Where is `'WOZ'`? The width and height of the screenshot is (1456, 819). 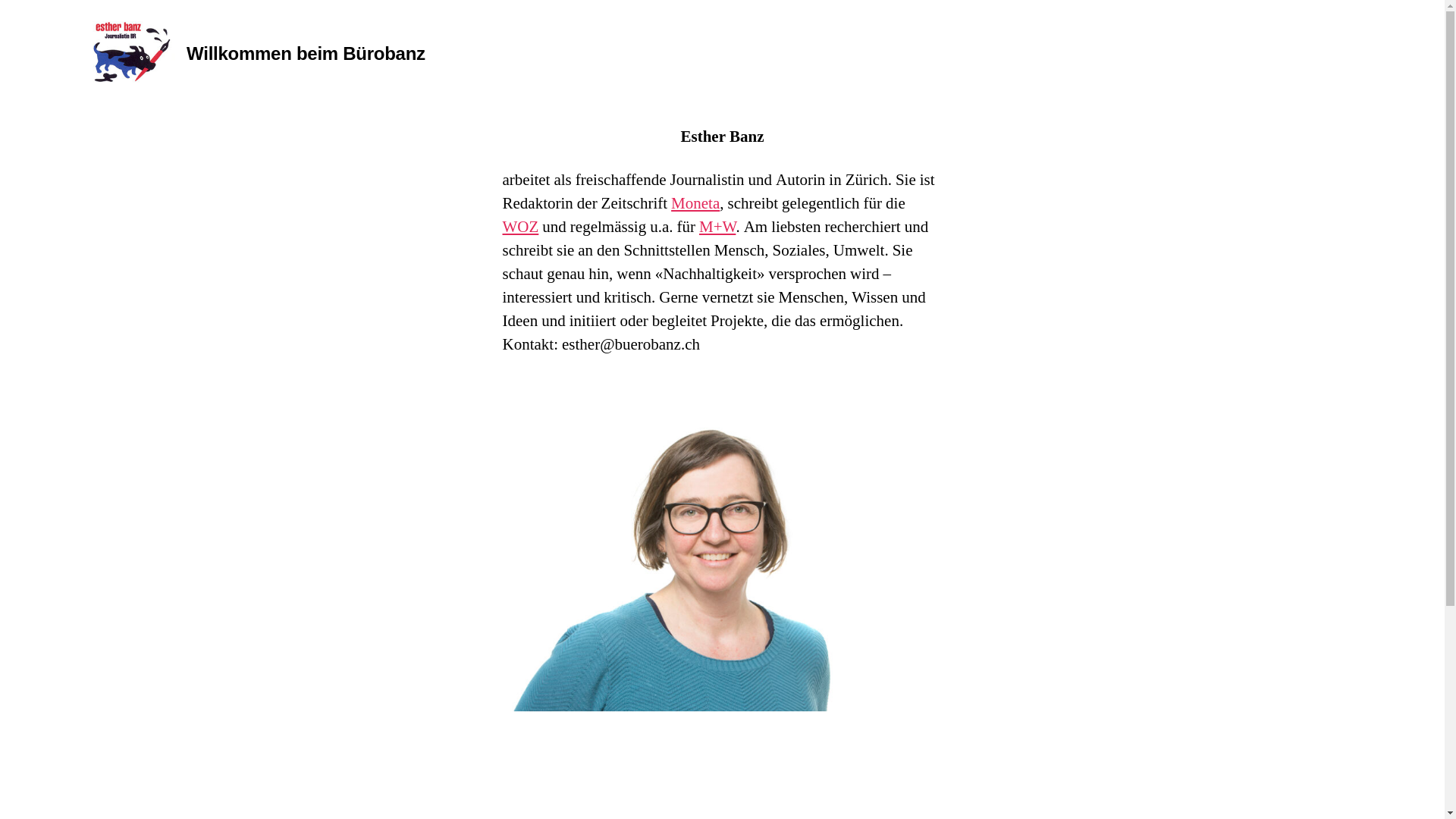
'WOZ' is located at coordinates (520, 227).